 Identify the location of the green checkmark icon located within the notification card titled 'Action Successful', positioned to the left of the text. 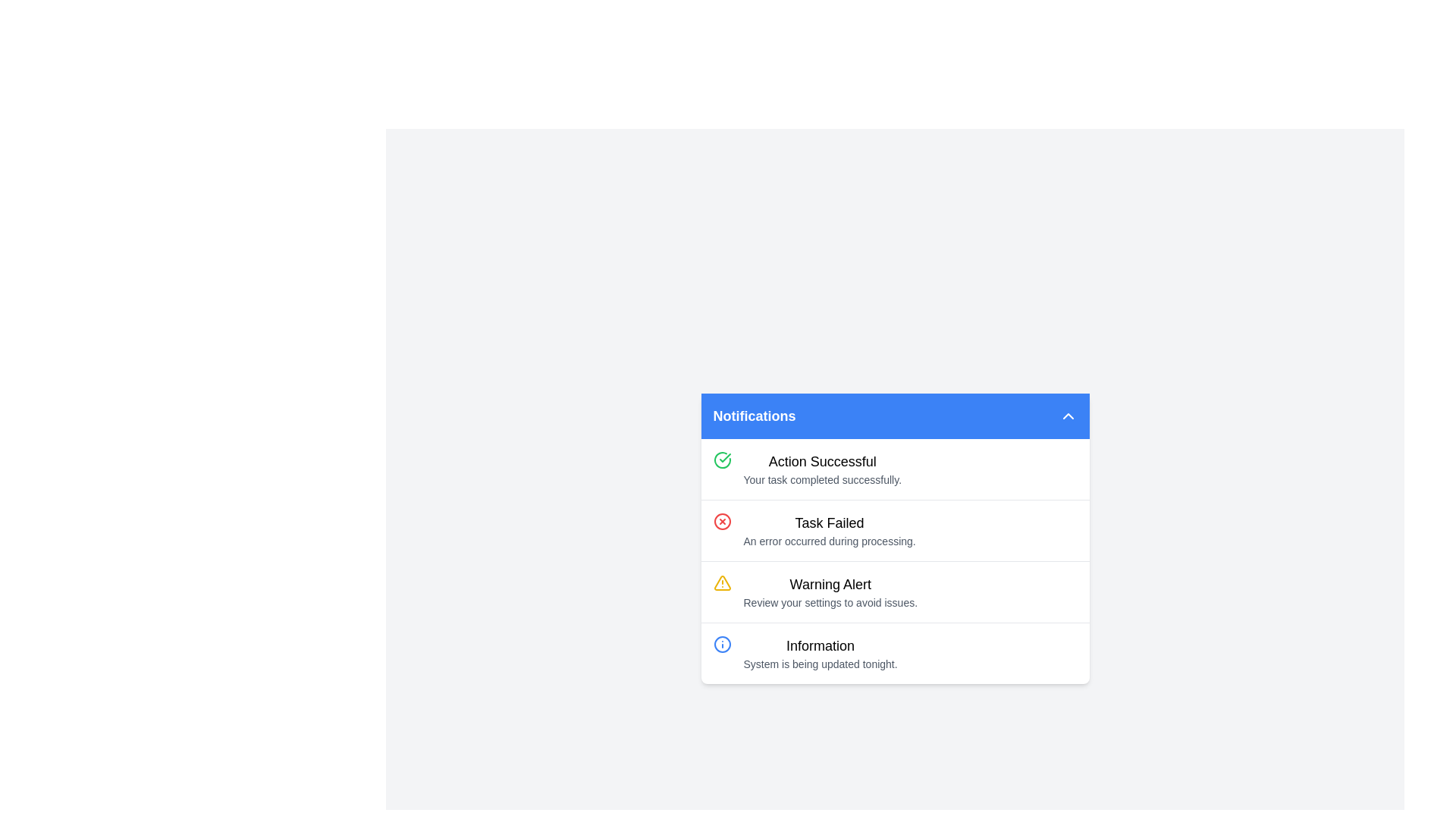
(723, 457).